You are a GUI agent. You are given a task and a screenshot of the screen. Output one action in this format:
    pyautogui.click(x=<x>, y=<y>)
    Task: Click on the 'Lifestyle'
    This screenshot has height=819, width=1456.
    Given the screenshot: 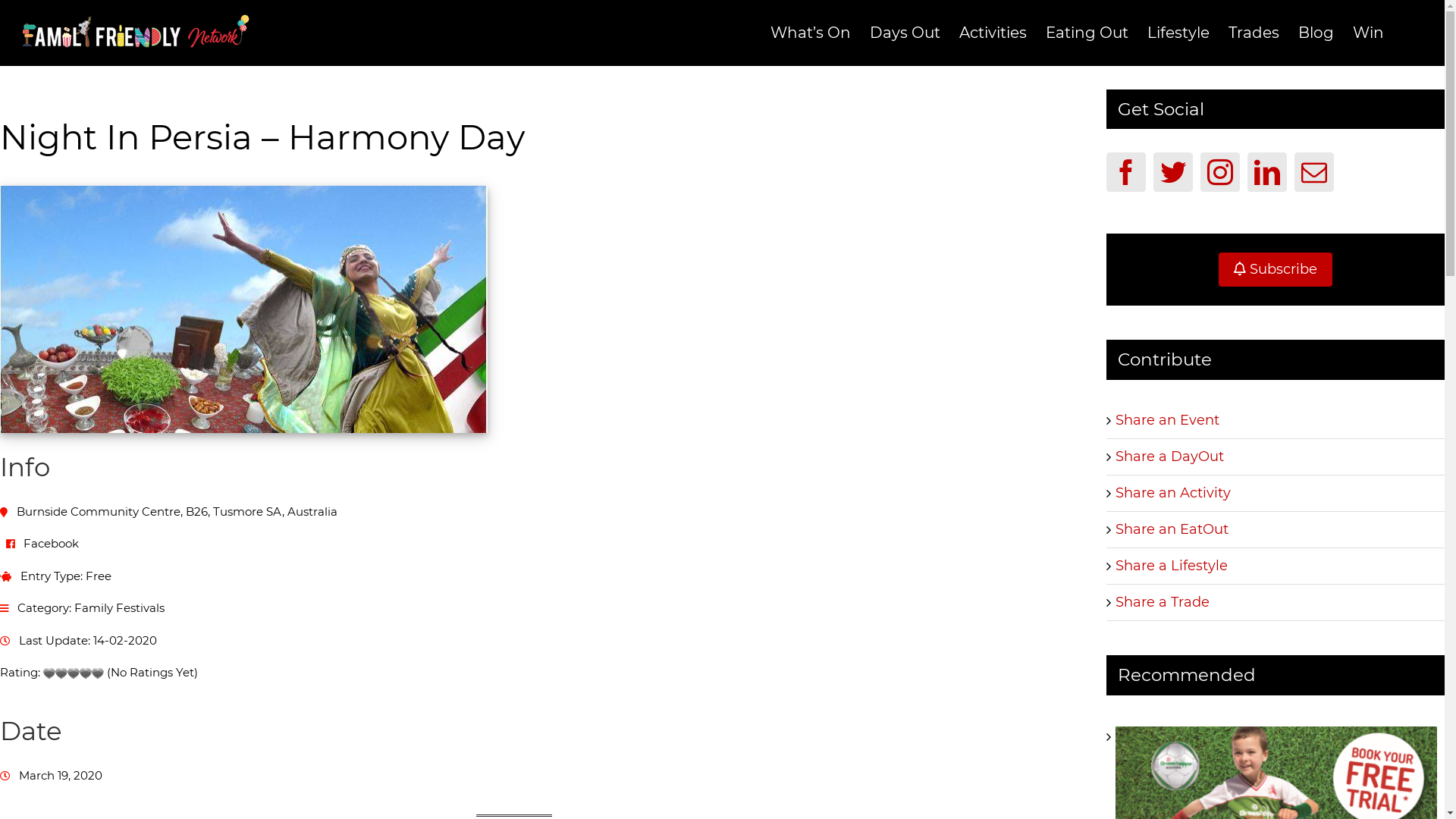 What is the action you would take?
    pyautogui.click(x=1178, y=33)
    